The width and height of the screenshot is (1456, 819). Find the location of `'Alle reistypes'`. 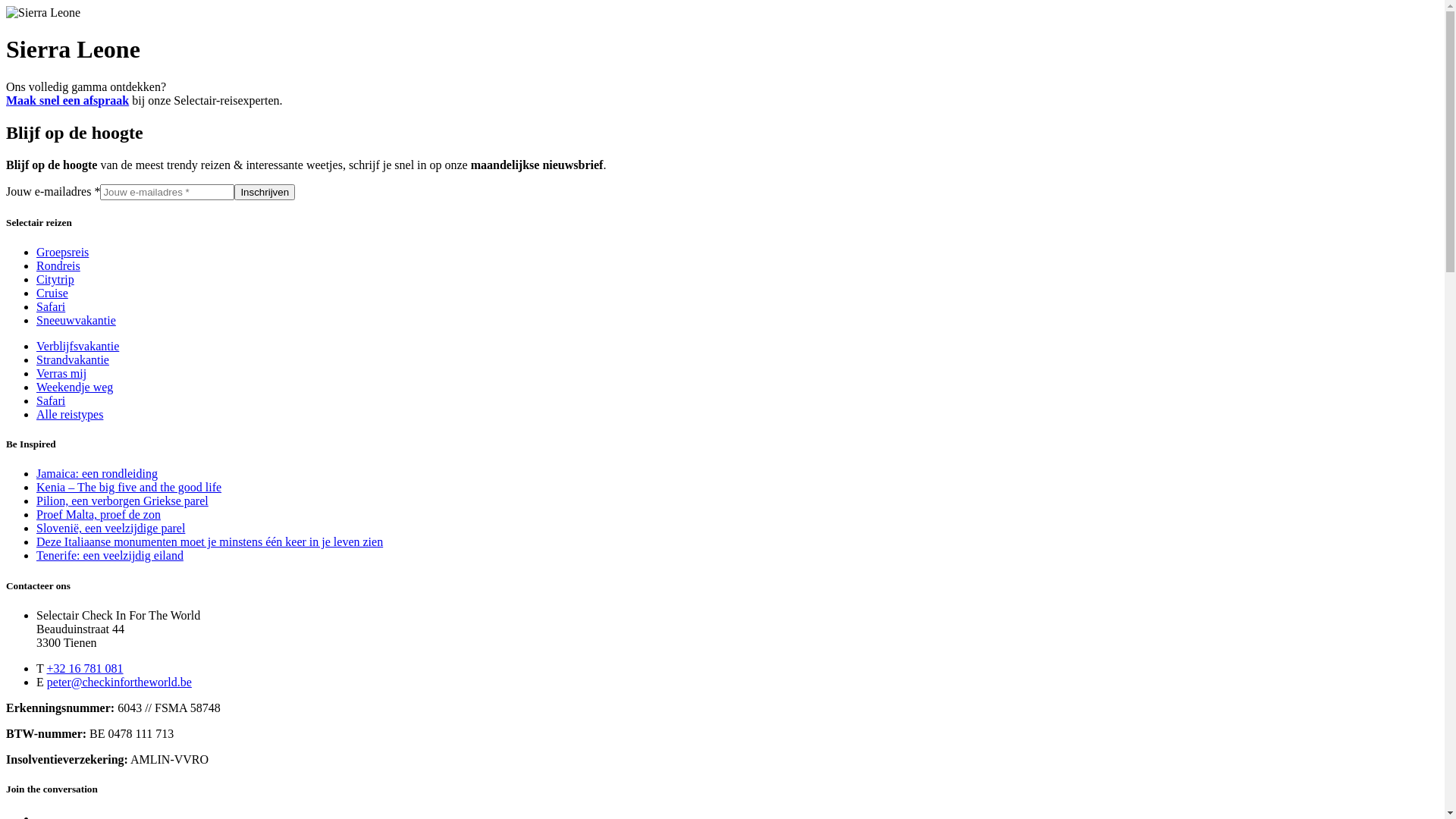

'Alle reistypes' is located at coordinates (68, 414).